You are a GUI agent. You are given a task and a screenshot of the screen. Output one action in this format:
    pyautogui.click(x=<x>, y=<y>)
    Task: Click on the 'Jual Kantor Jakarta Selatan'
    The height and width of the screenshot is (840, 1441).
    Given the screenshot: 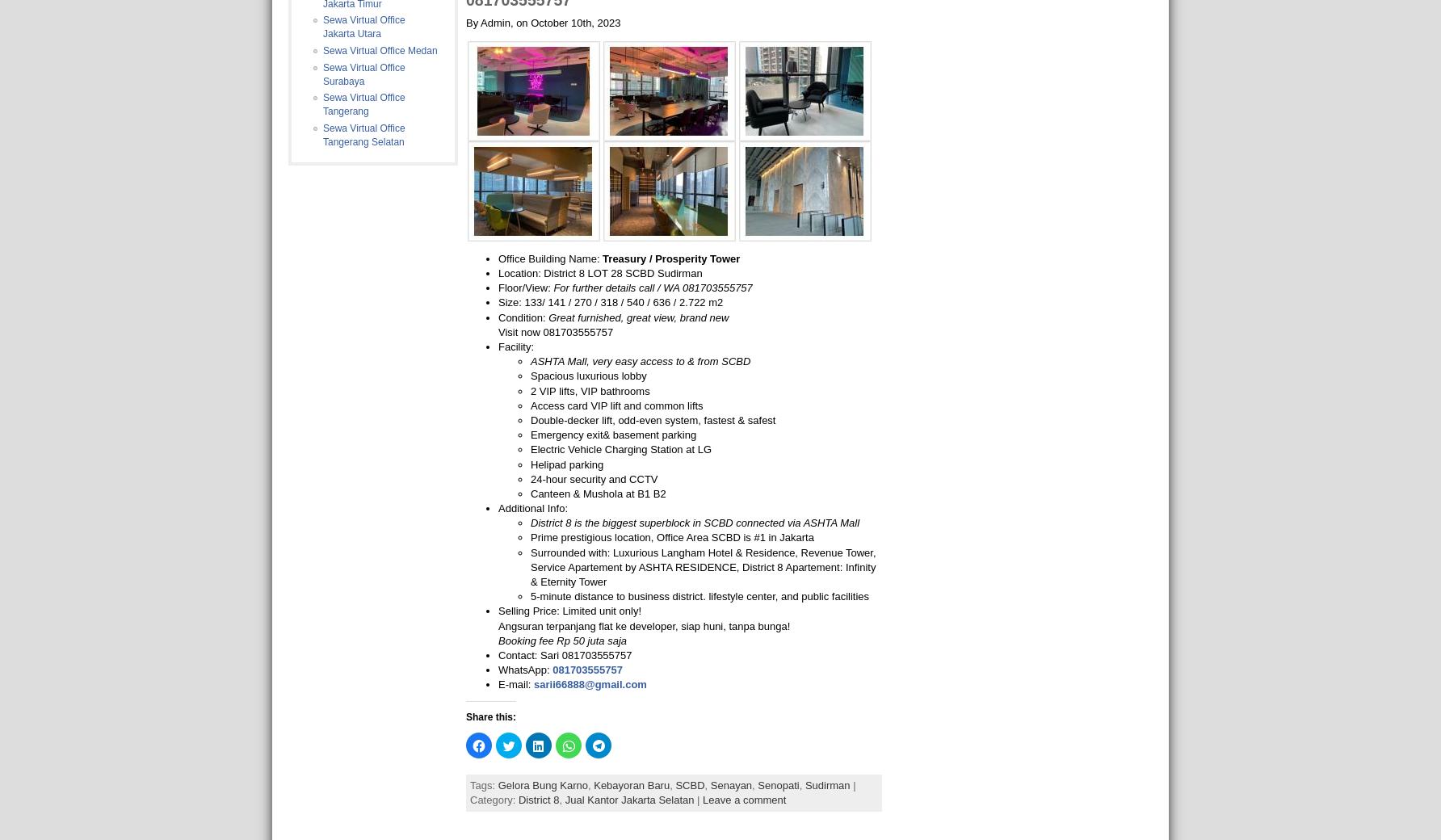 What is the action you would take?
    pyautogui.click(x=629, y=799)
    